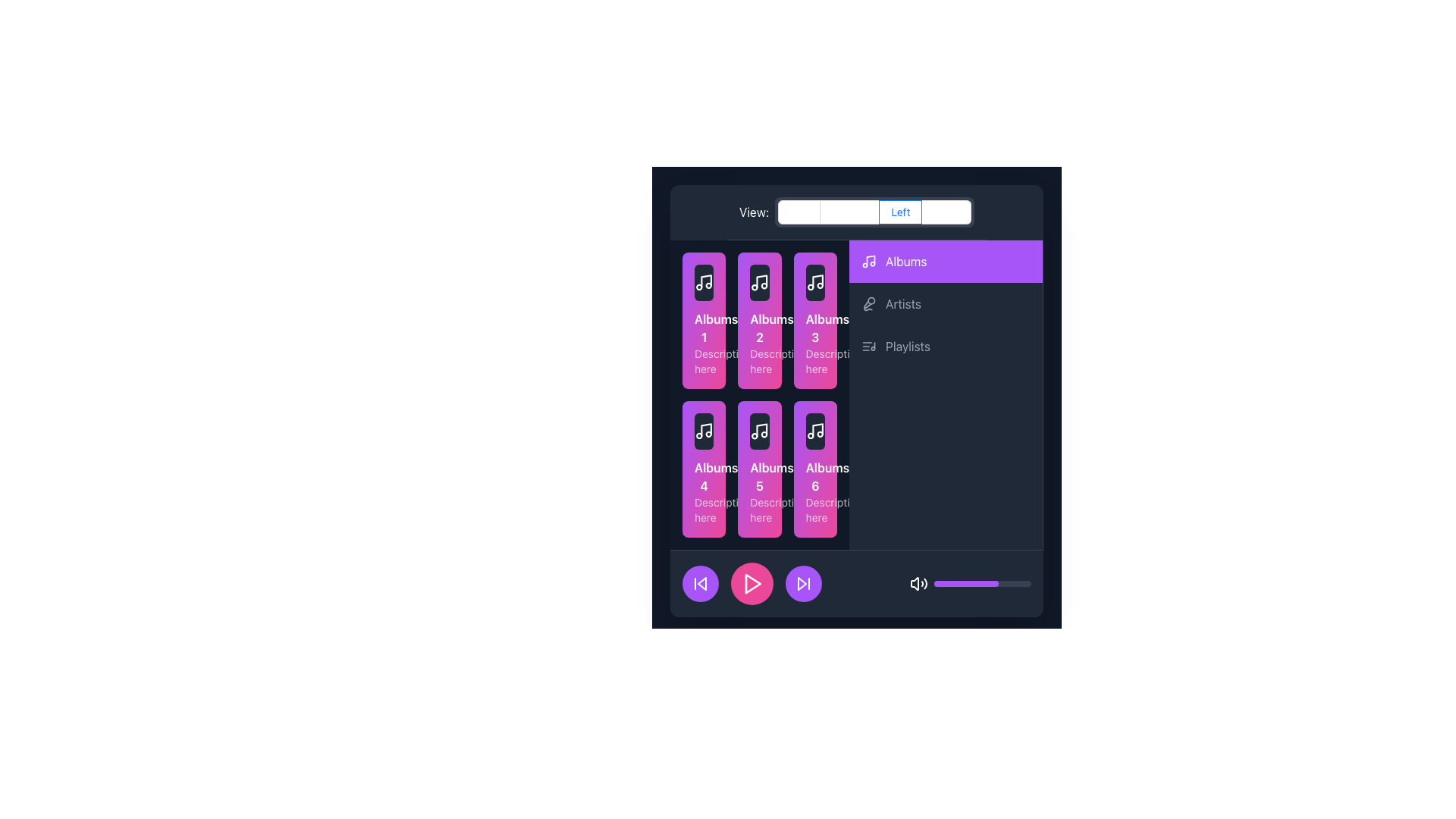 The height and width of the screenshot is (819, 1456). What do you see at coordinates (703, 468) in the screenshot?
I see `the interactive card representing an album located in the second row first column of the grid` at bounding box center [703, 468].